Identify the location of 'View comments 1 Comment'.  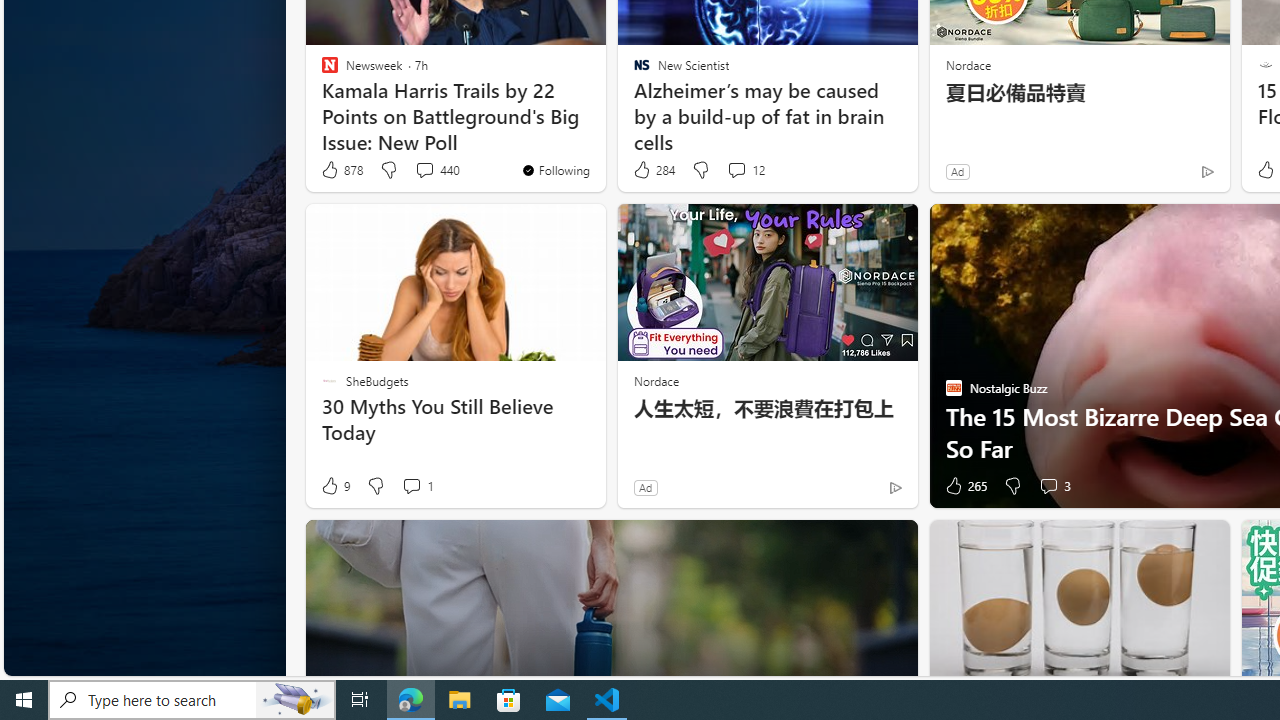
(410, 486).